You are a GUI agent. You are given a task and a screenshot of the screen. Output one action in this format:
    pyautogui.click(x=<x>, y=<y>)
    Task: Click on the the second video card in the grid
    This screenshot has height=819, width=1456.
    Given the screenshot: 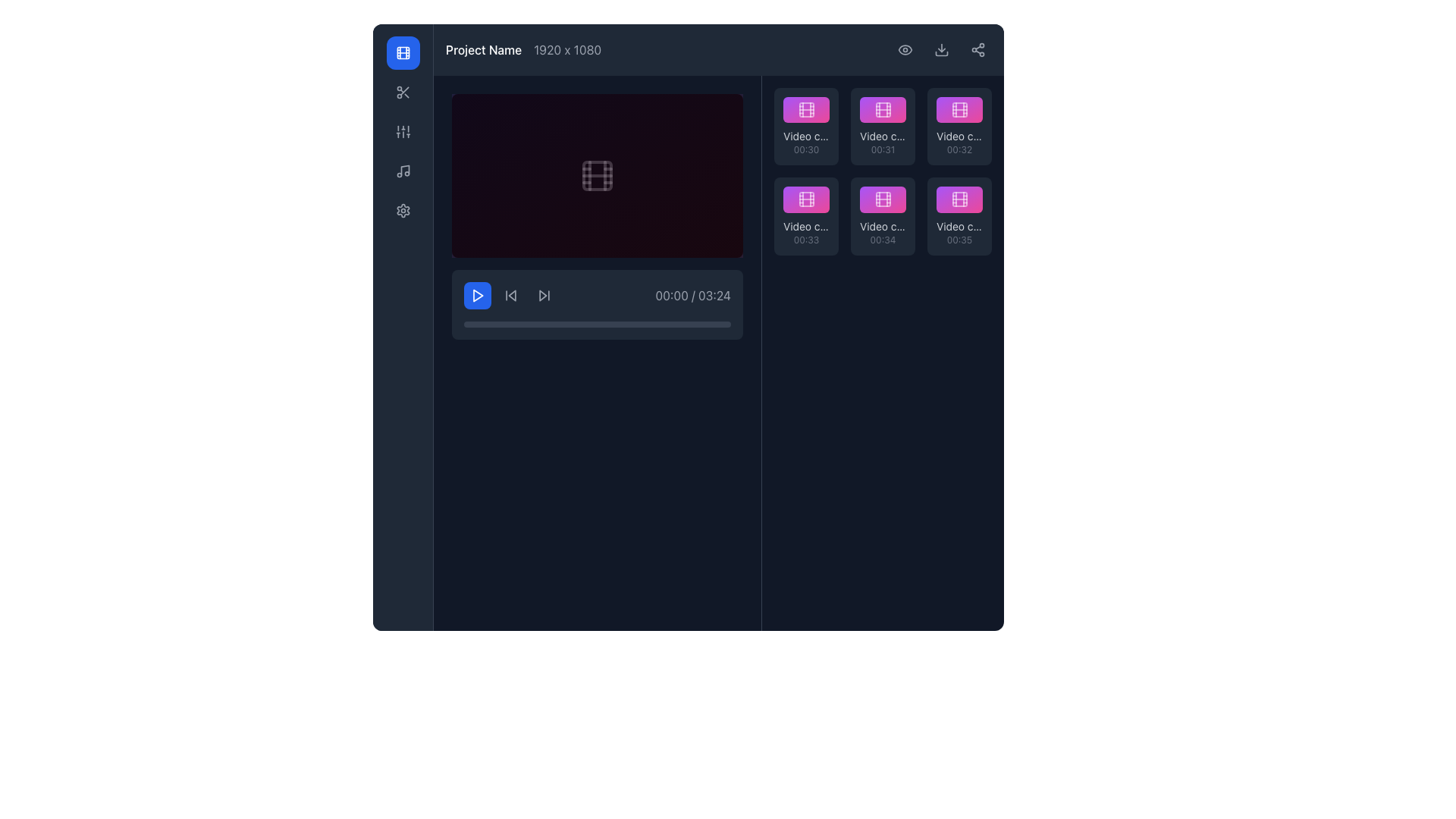 What is the action you would take?
    pyautogui.click(x=883, y=126)
    